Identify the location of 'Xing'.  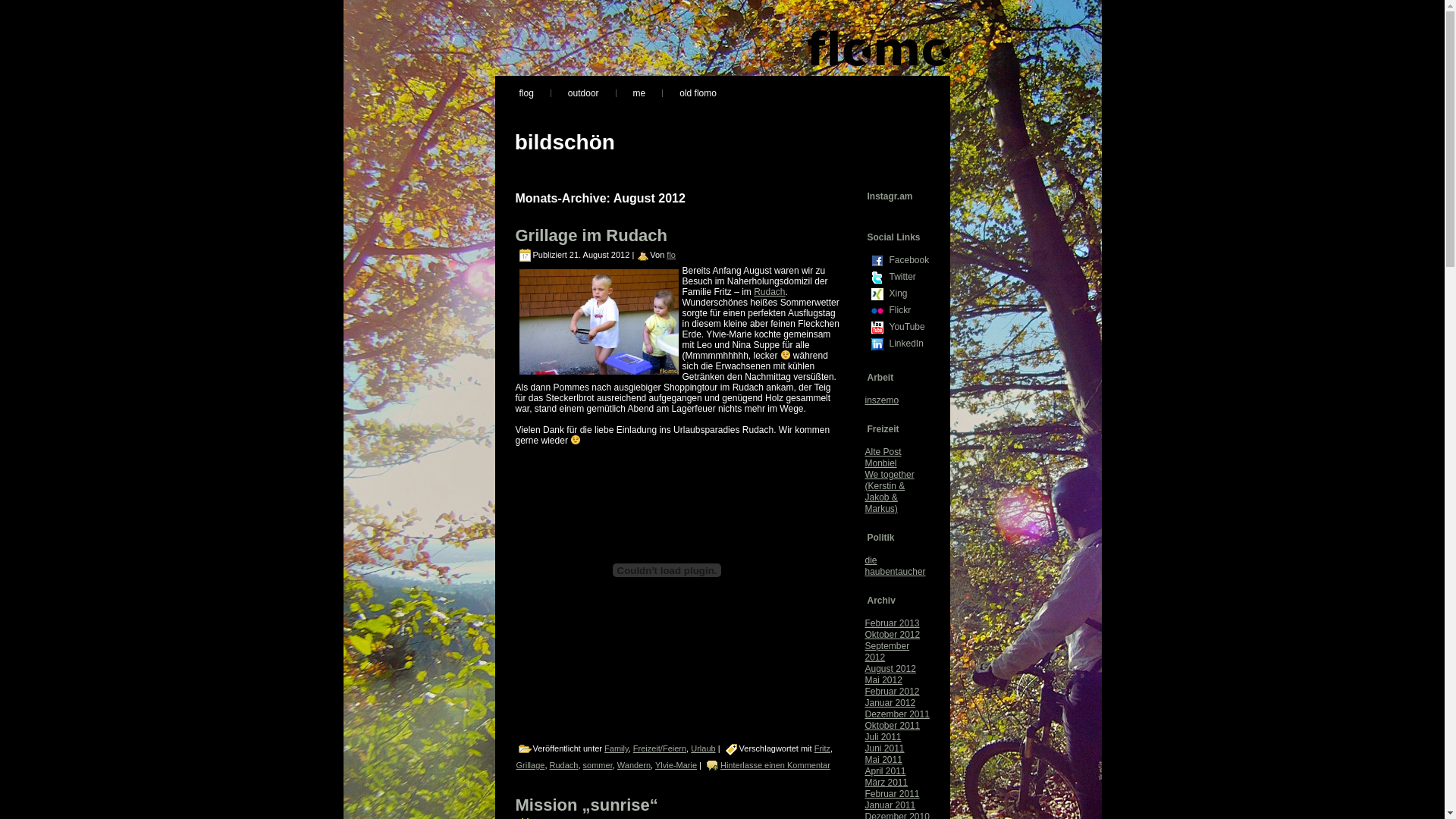
(870, 294).